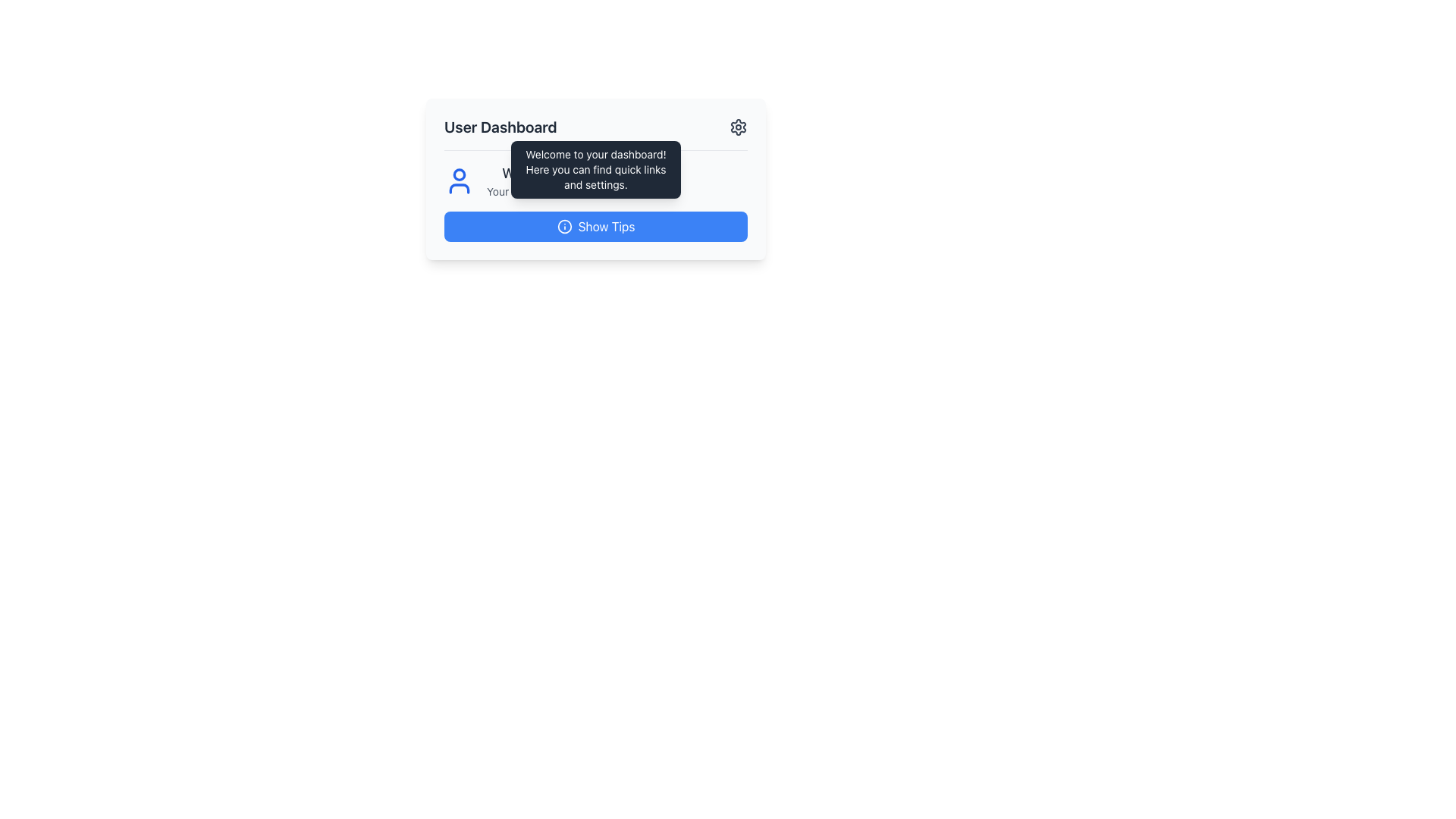 The width and height of the screenshot is (1456, 819). Describe the element at coordinates (458, 174) in the screenshot. I see `the user's avatar circular icon located in the dashboard, which is positioned to the left of the 'Your Dashboard' text` at that location.